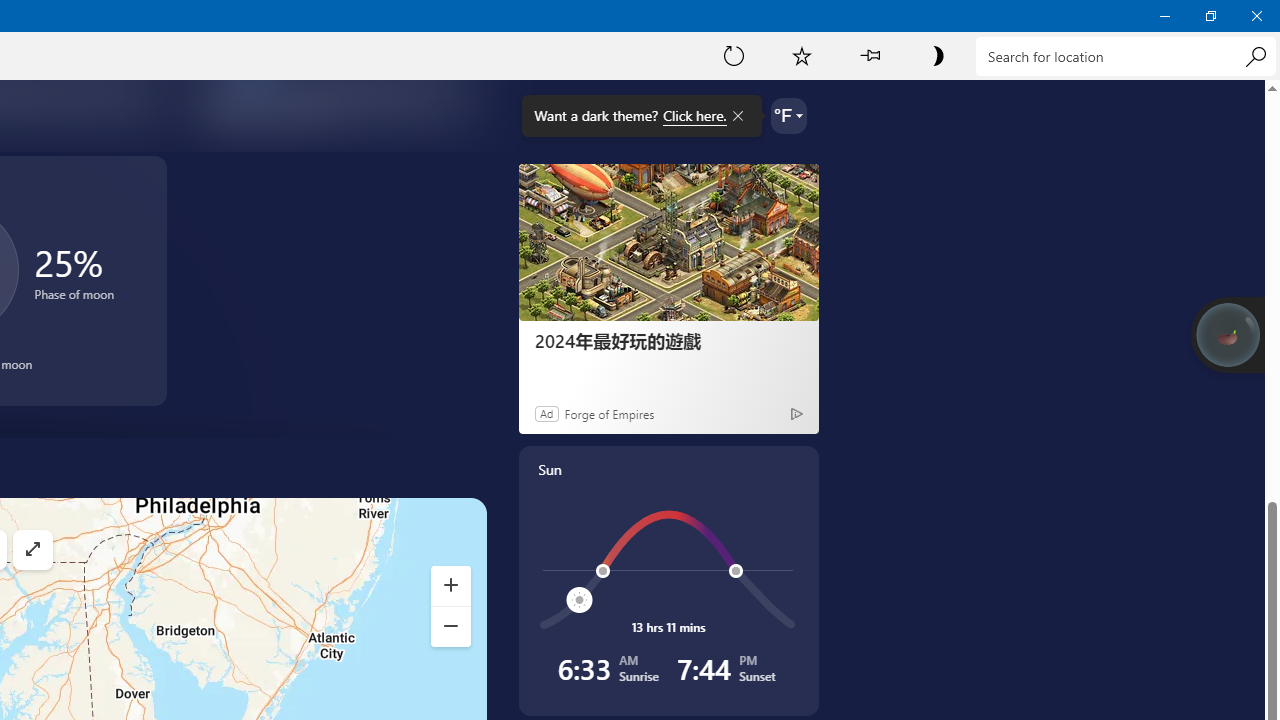 Image resolution: width=1280 pixels, height=720 pixels. Describe the element at coordinates (869, 54) in the screenshot. I see `'Pin'` at that location.